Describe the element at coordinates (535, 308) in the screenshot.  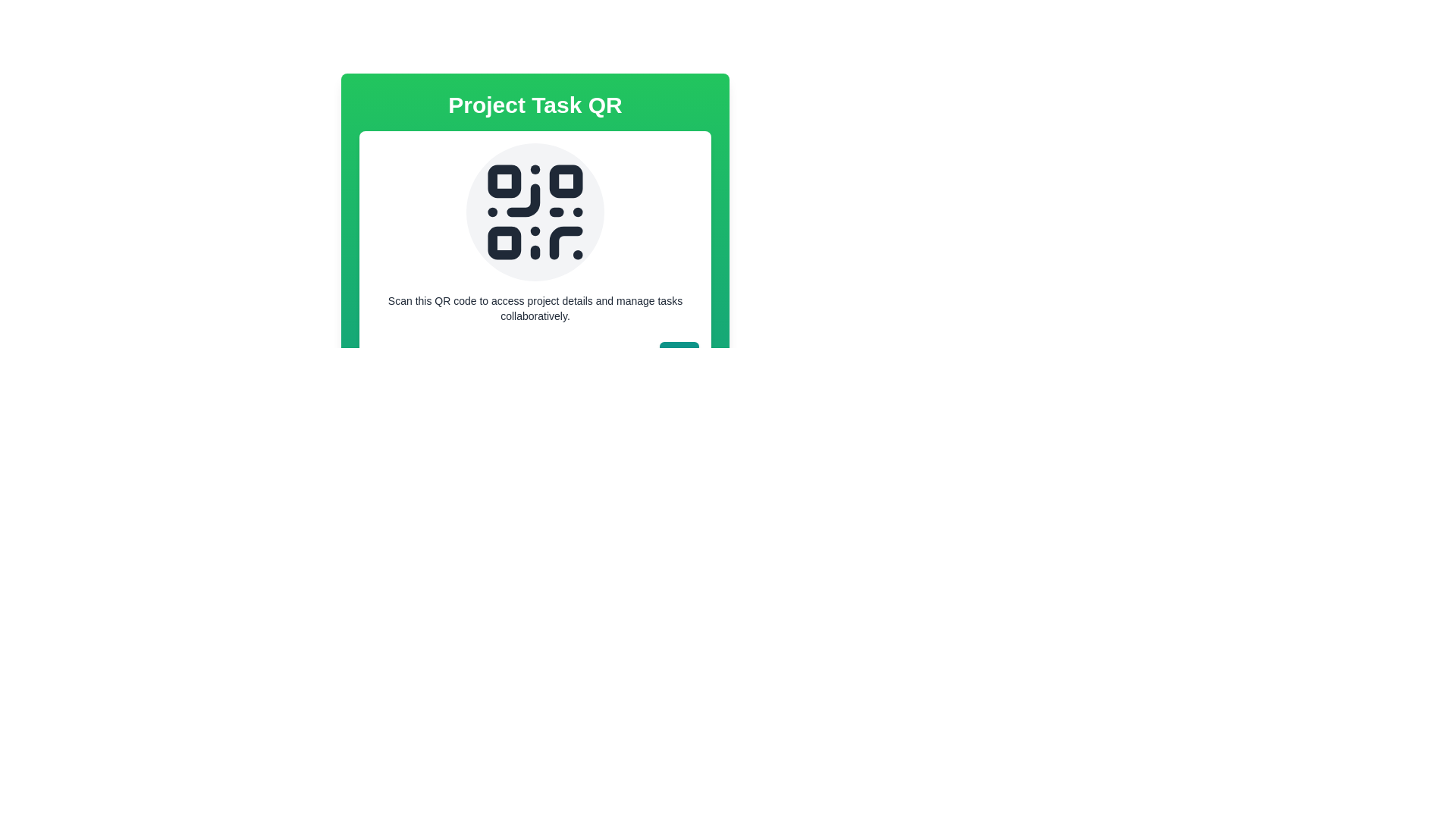
I see `the text block that instructs the user to scan the QR code for project-related details, located beneath the QR code graphic in the center section of the card` at that location.